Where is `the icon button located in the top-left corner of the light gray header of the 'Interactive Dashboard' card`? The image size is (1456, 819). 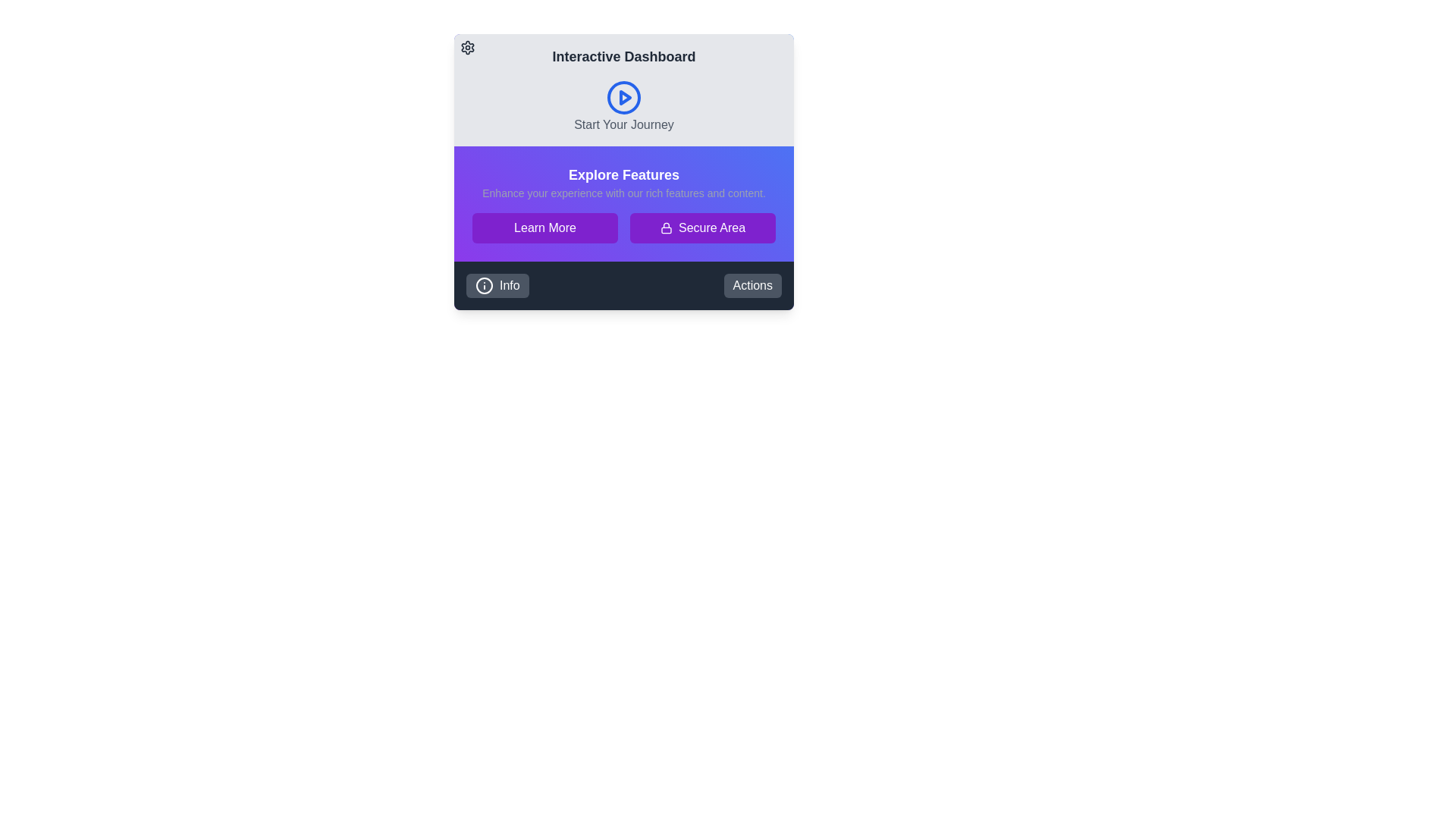 the icon button located in the top-left corner of the light gray header of the 'Interactive Dashboard' card is located at coordinates (467, 46).